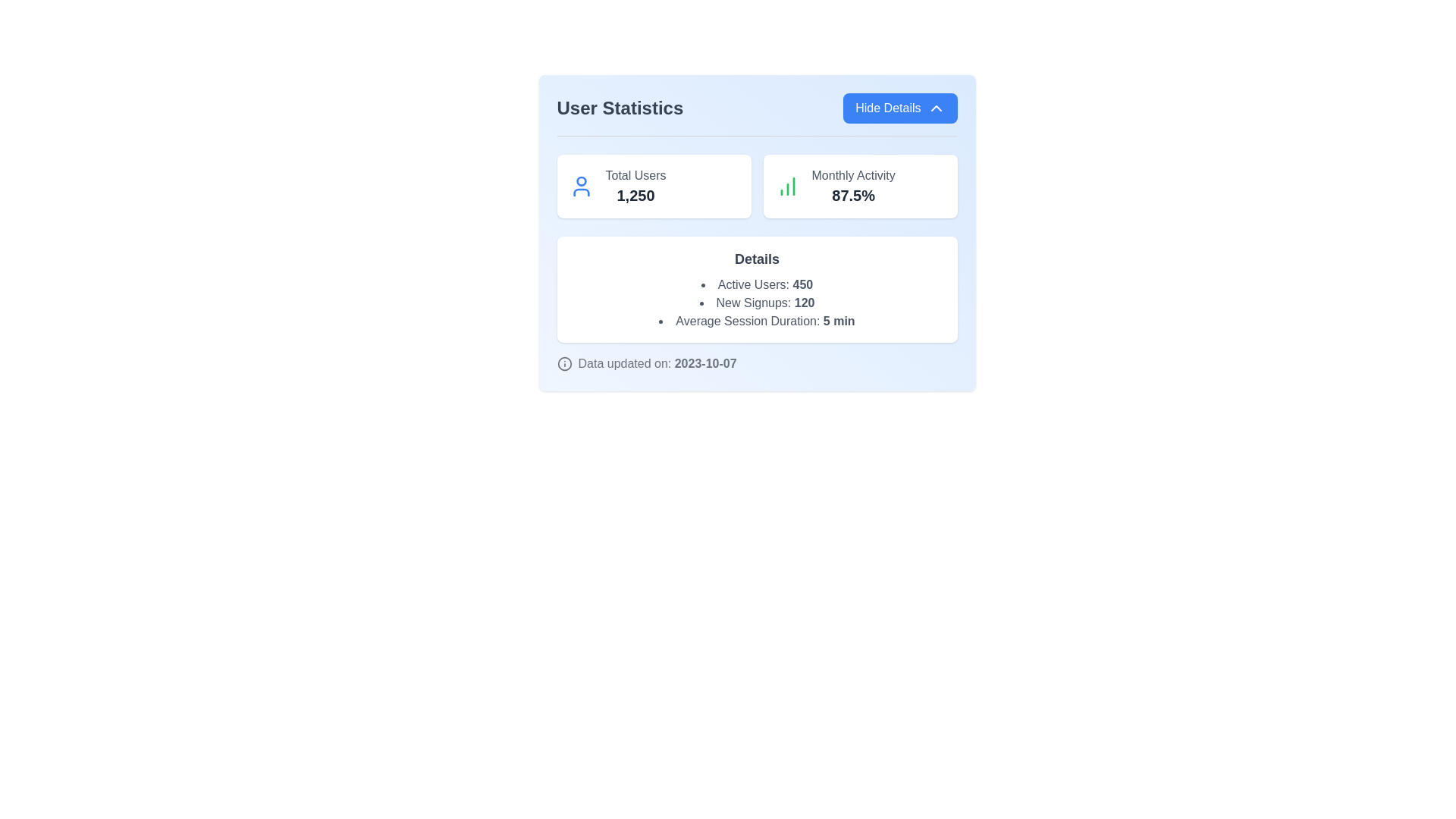 This screenshot has width=1456, height=819. What do you see at coordinates (853, 195) in the screenshot?
I see `the Text Label displaying '87.5%' which is located under the 'Monthly Activity' section in the 'User Statistics' card` at bounding box center [853, 195].